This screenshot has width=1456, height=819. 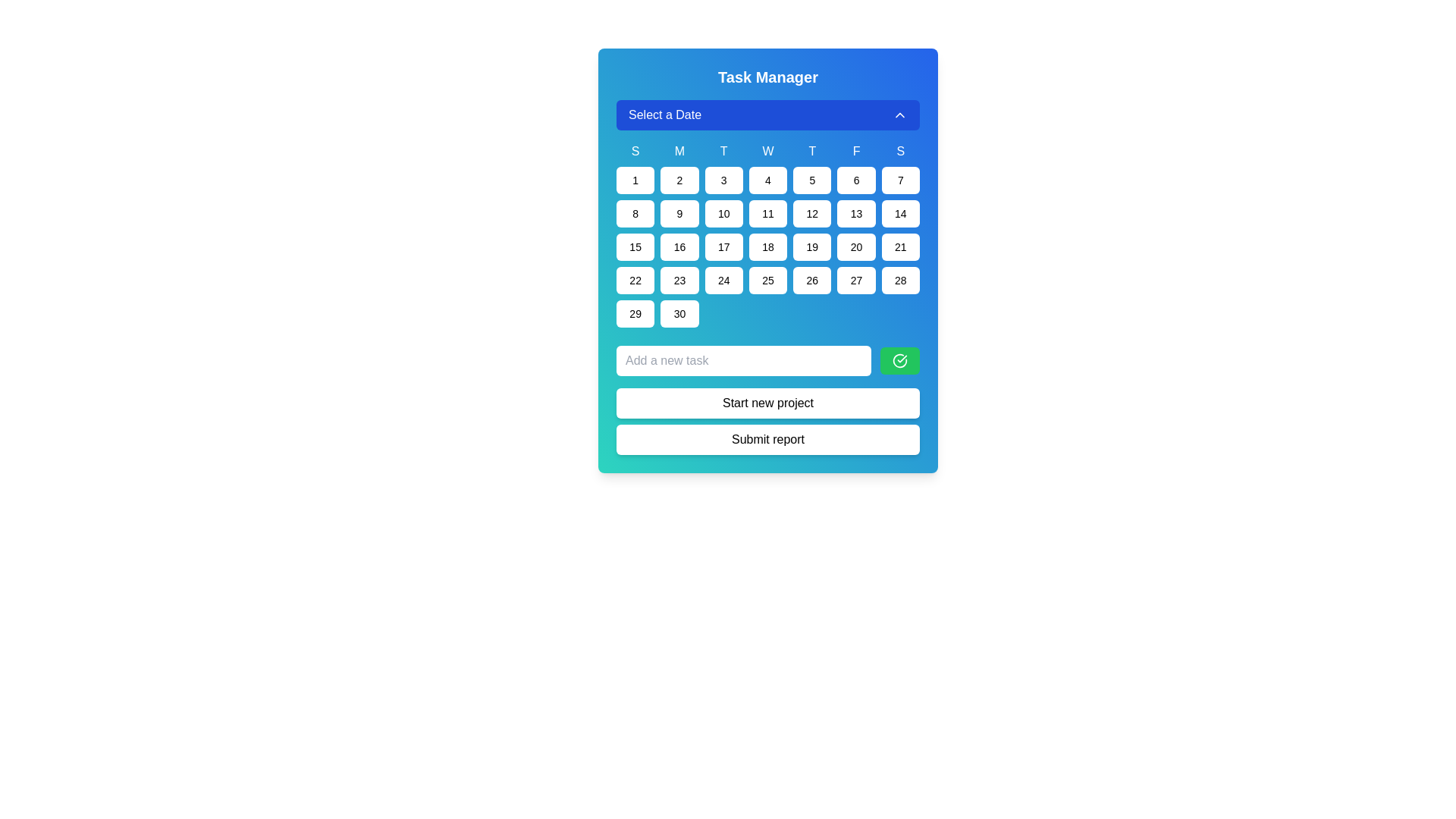 What do you see at coordinates (767, 246) in the screenshot?
I see `the date button representing the 18th of the month in the calendar interface, located in the fourth column and third row under the 'T' (Tuesday) header` at bounding box center [767, 246].